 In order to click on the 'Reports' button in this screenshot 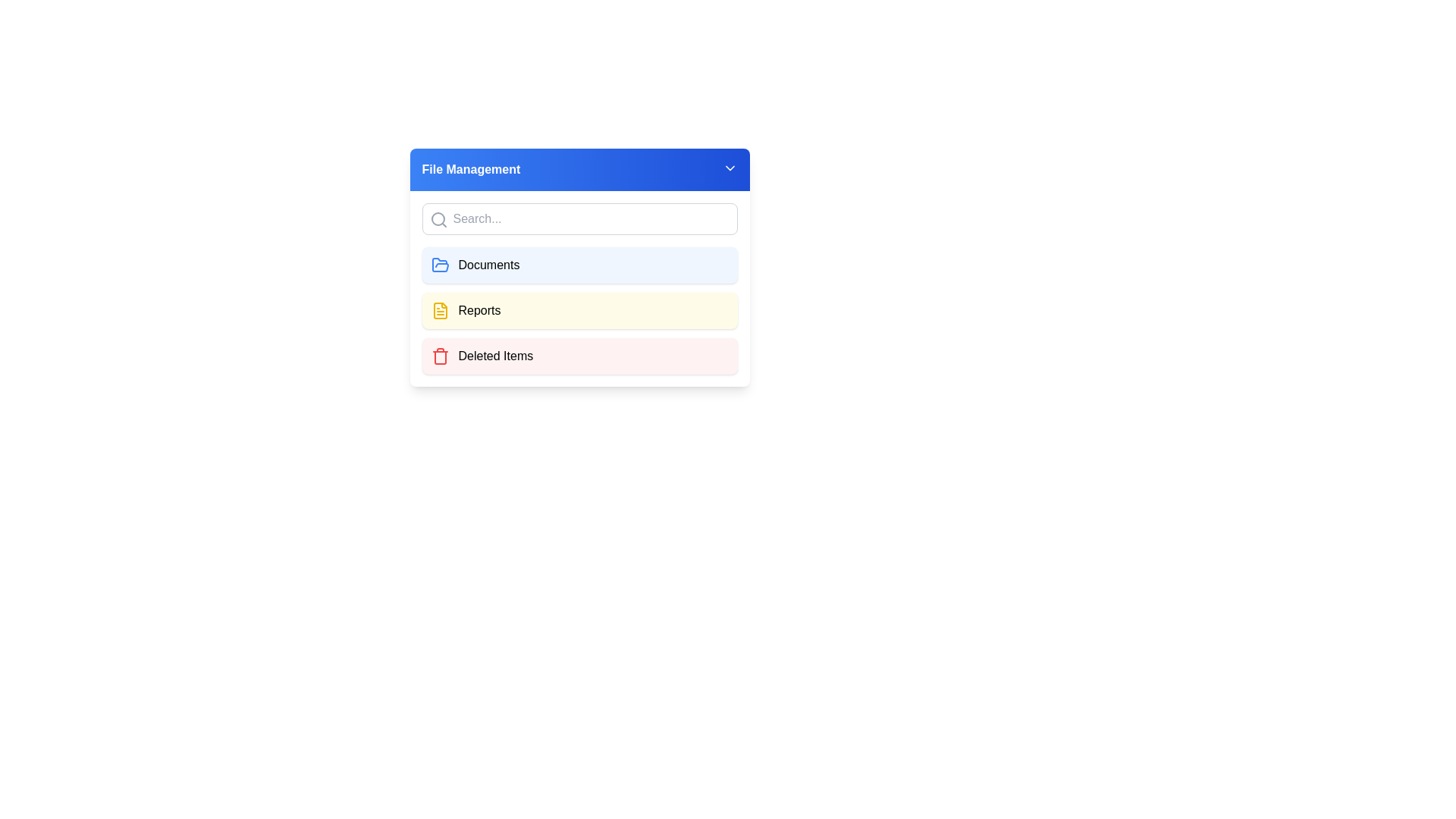, I will do `click(579, 309)`.